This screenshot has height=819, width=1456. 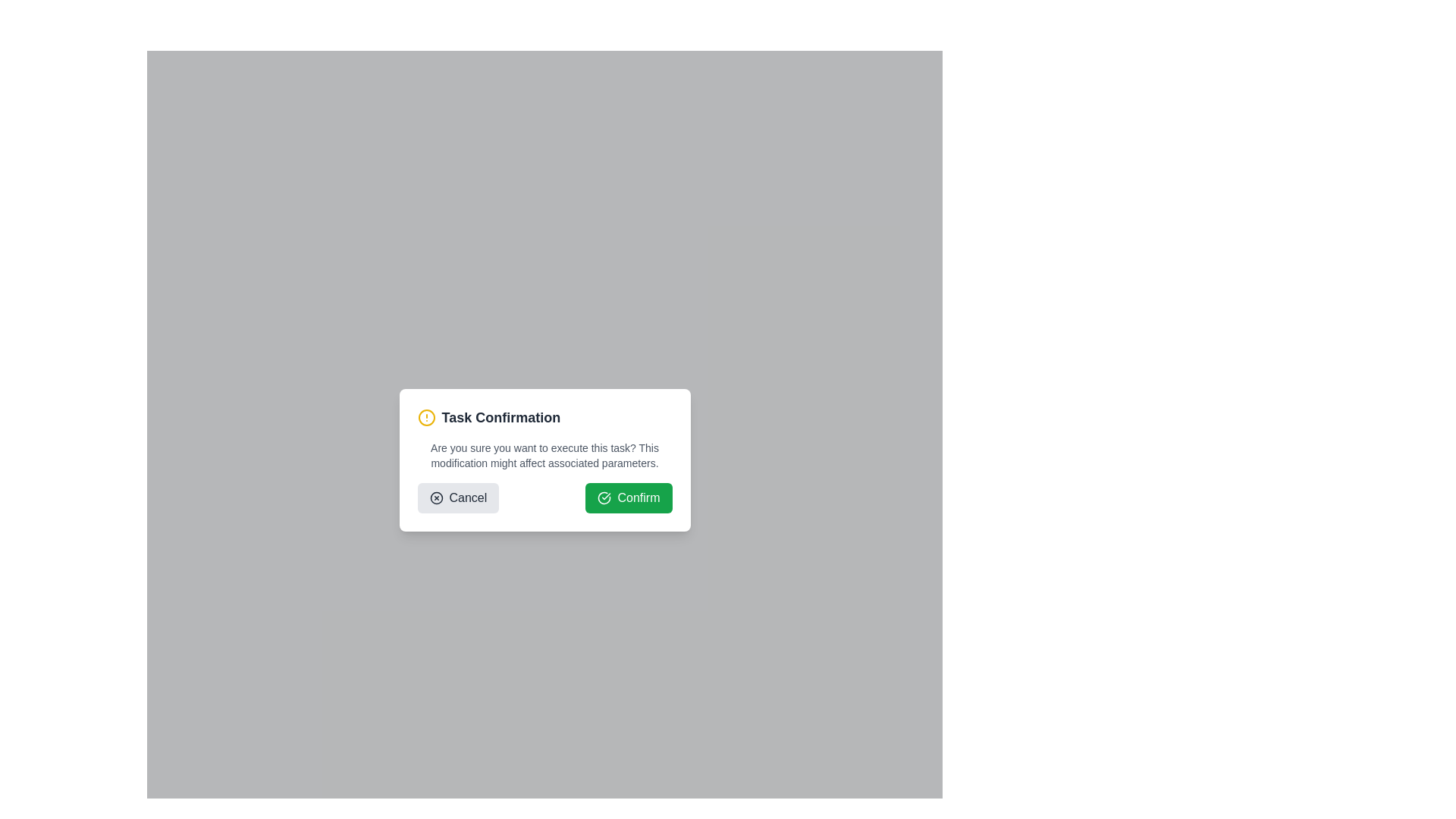 What do you see at coordinates (544, 418) in the screenshot?
I see `the Modal Title/Header which features a yellow exclamation mark icon and the bold text 'Task Confirmation'` at bounding box center [544, 418].